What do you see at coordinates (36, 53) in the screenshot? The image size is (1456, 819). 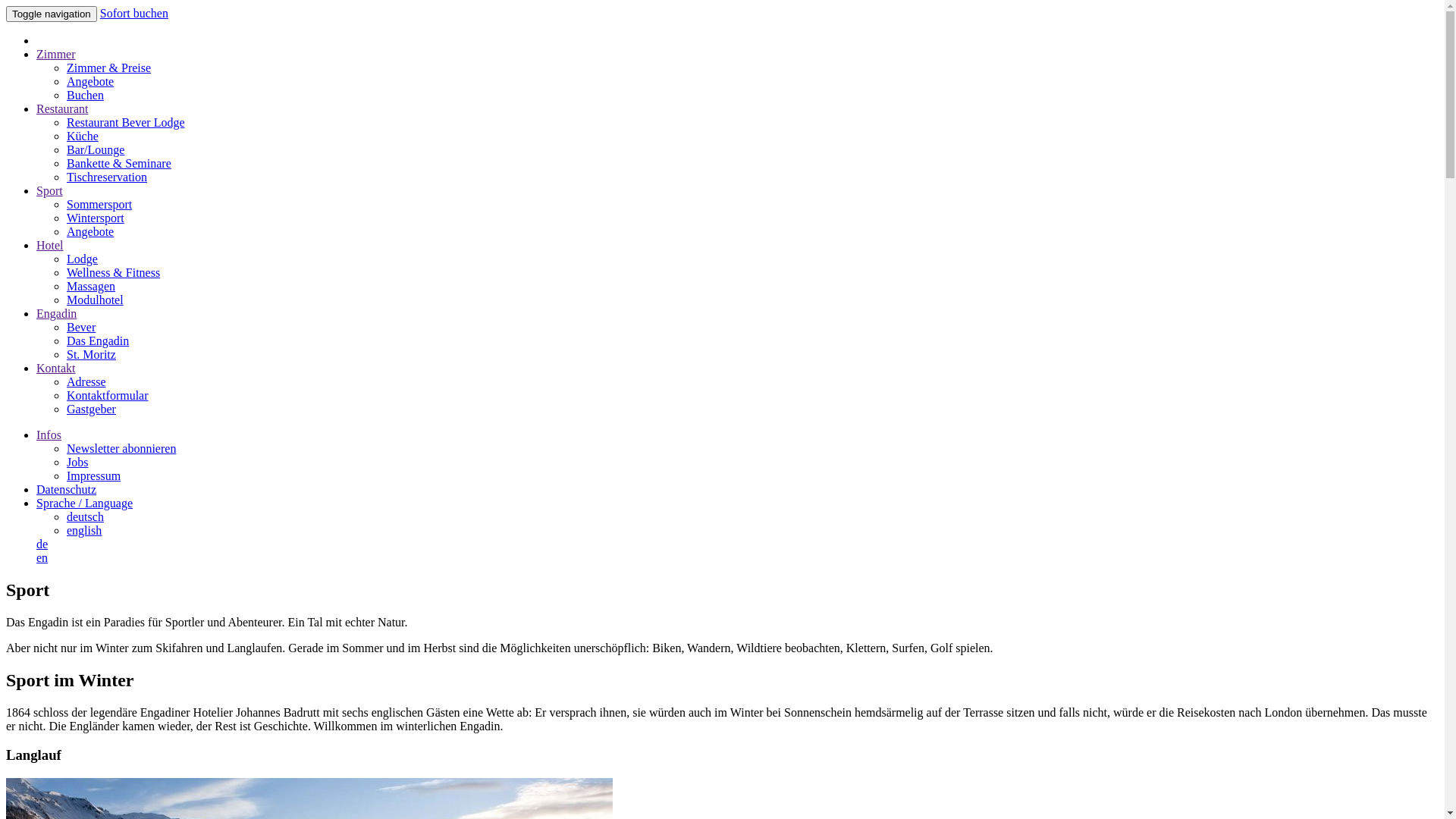 I see `'Zimmer'` at bounding box center [36, 53].